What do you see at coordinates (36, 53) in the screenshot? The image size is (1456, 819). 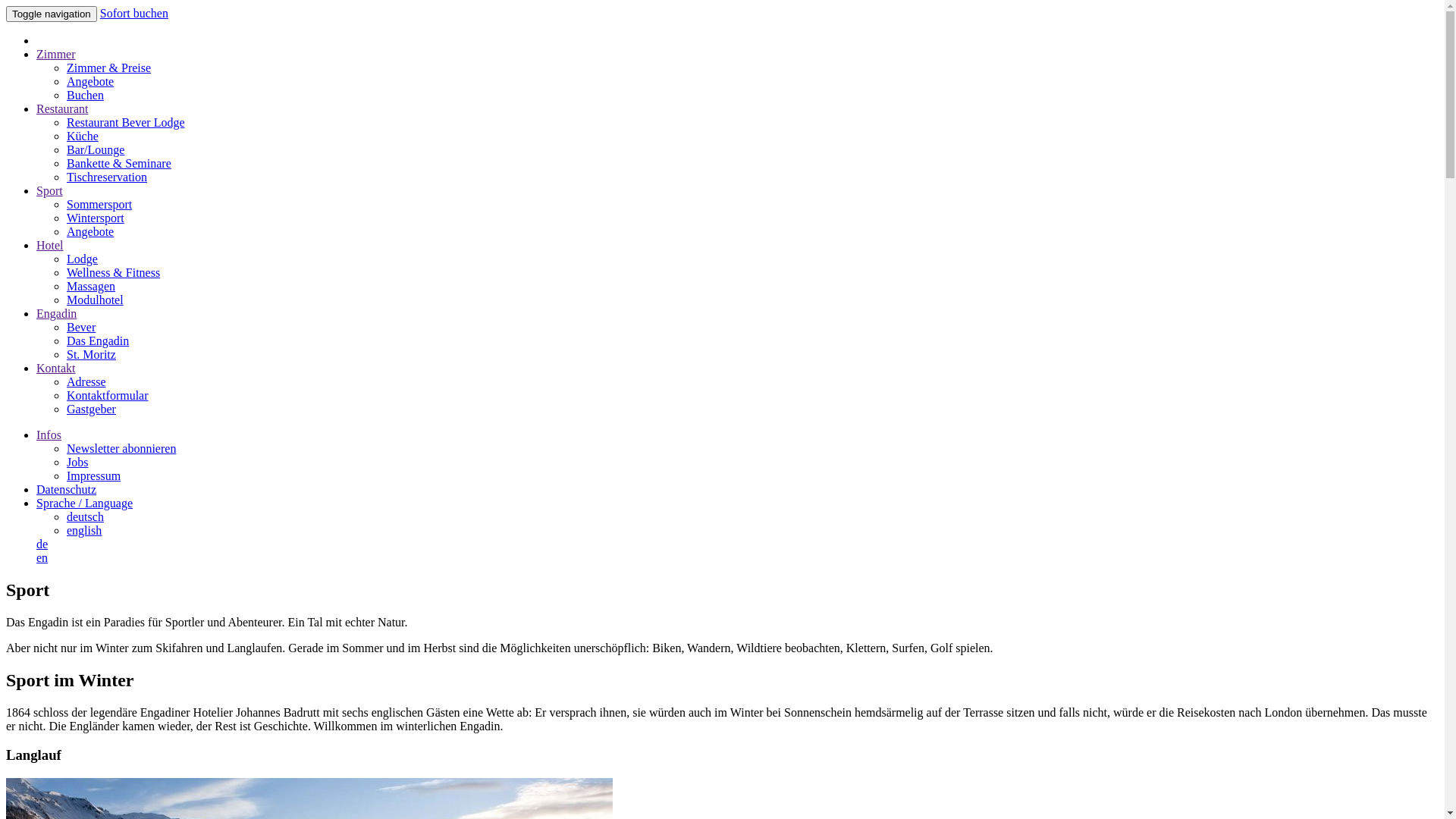 I see `'Zimmer'` at bounding box center [36, 53].